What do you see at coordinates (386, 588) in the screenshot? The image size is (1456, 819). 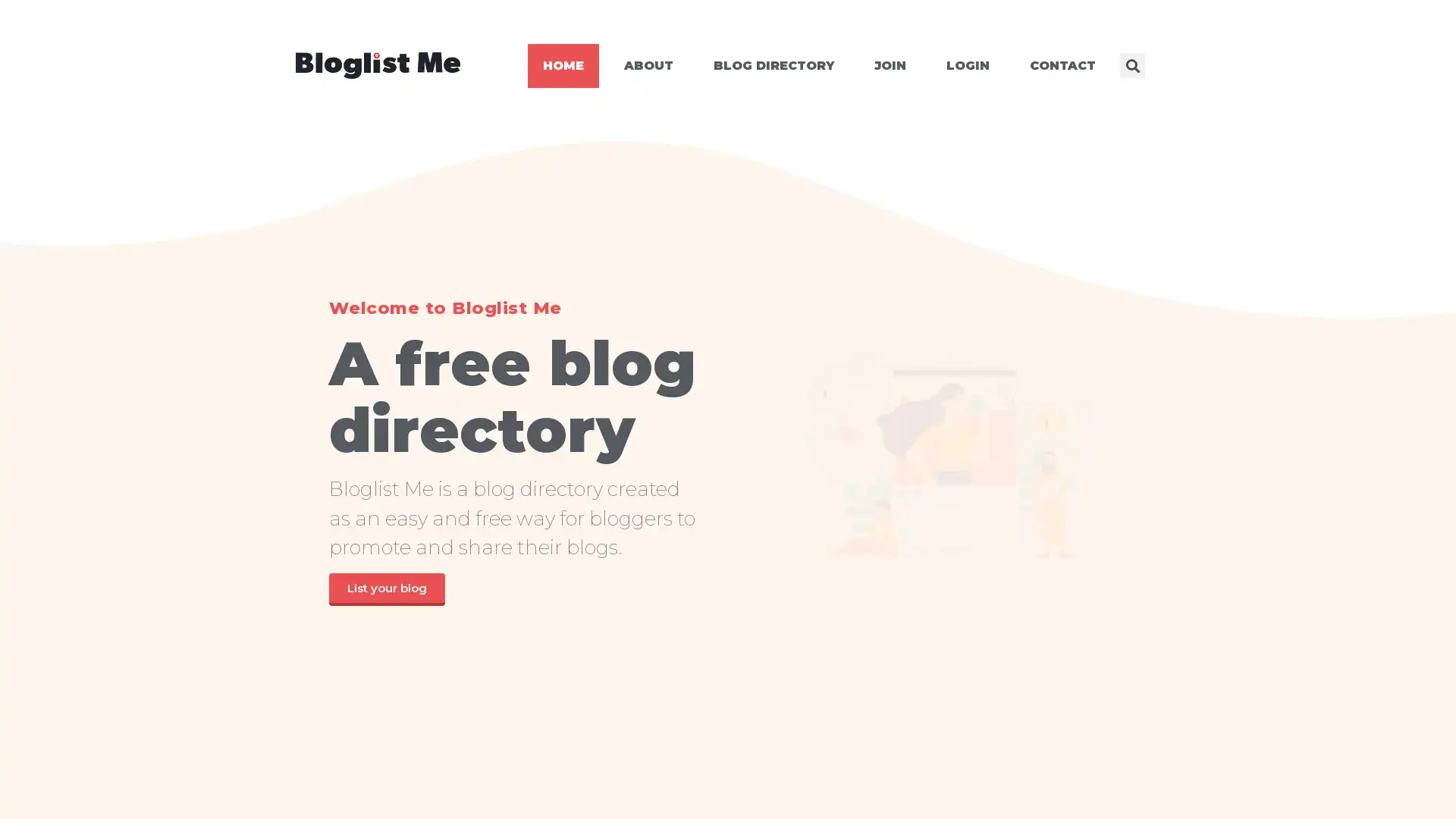 I see `List your blog` at bounding box center [386, 588].